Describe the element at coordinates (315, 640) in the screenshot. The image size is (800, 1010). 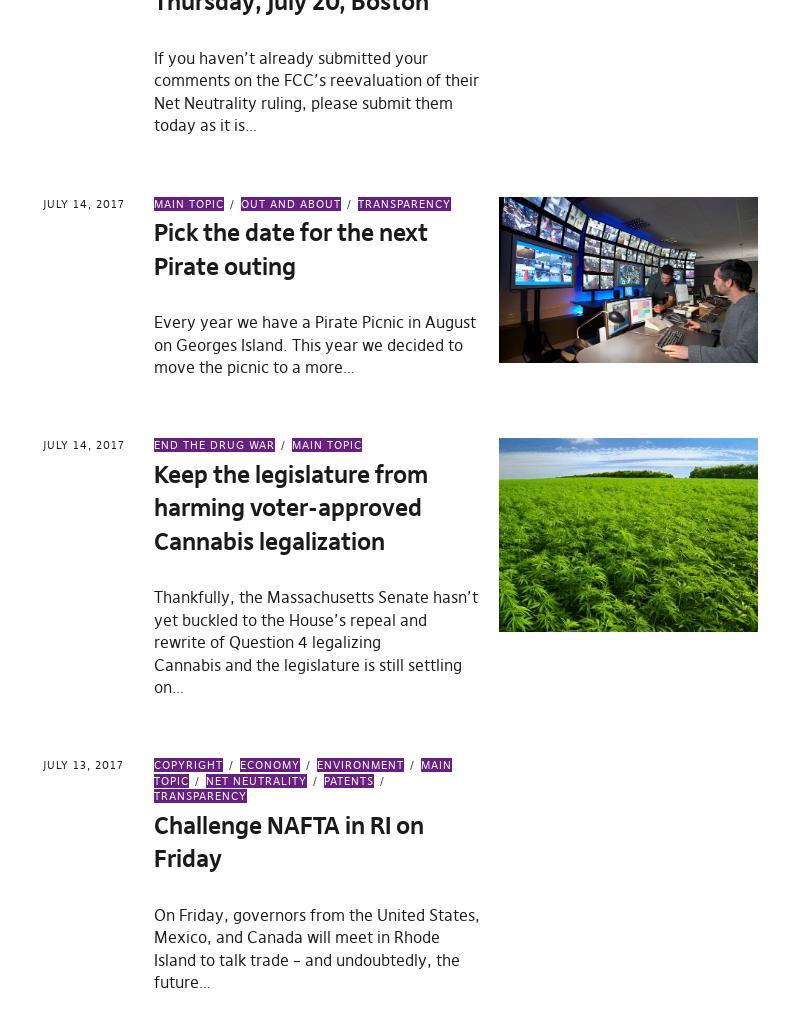
I see `'Thankfully, the Massachusetts Senate hasn’t yet buckled to the House’s repeal and rewrite of Question 4 legalizing Cannabis and the legislature is still settling on…'` at that location.